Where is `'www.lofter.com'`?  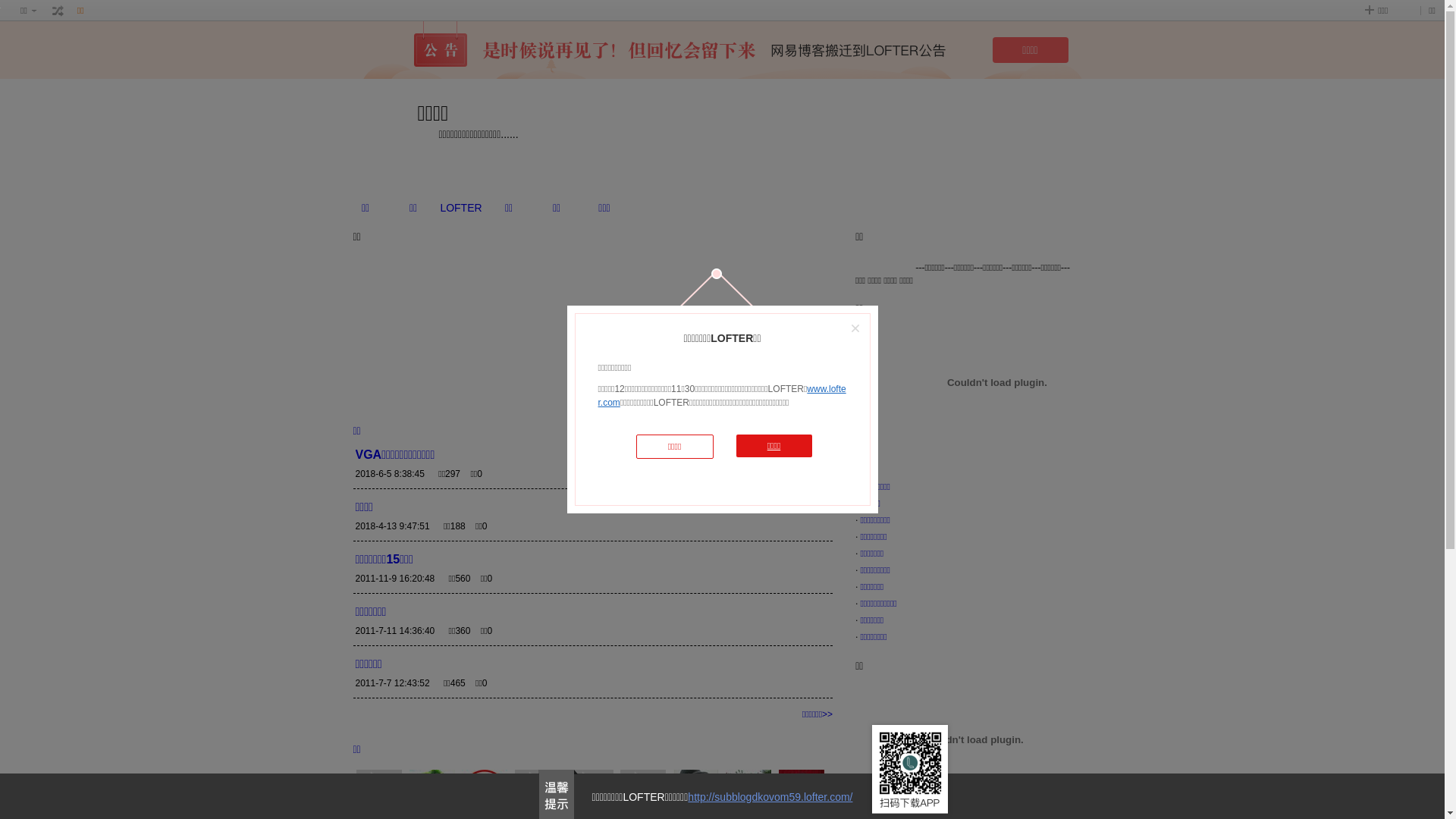
'www.lofter.com' is located at coordinates (720, 394).